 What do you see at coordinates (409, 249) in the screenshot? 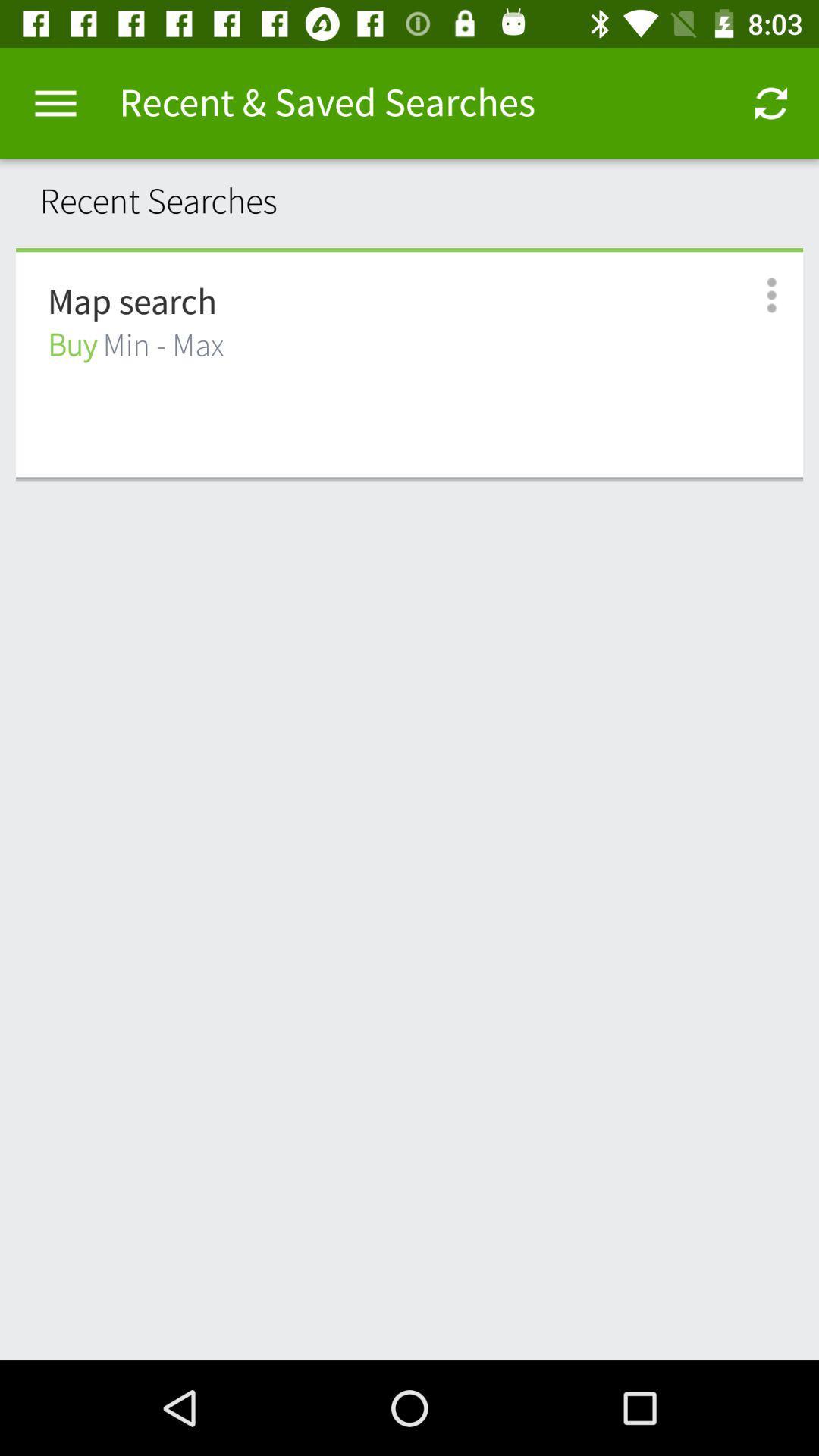
I see `the item below the recent searches item` at bounding box center [409, 249].